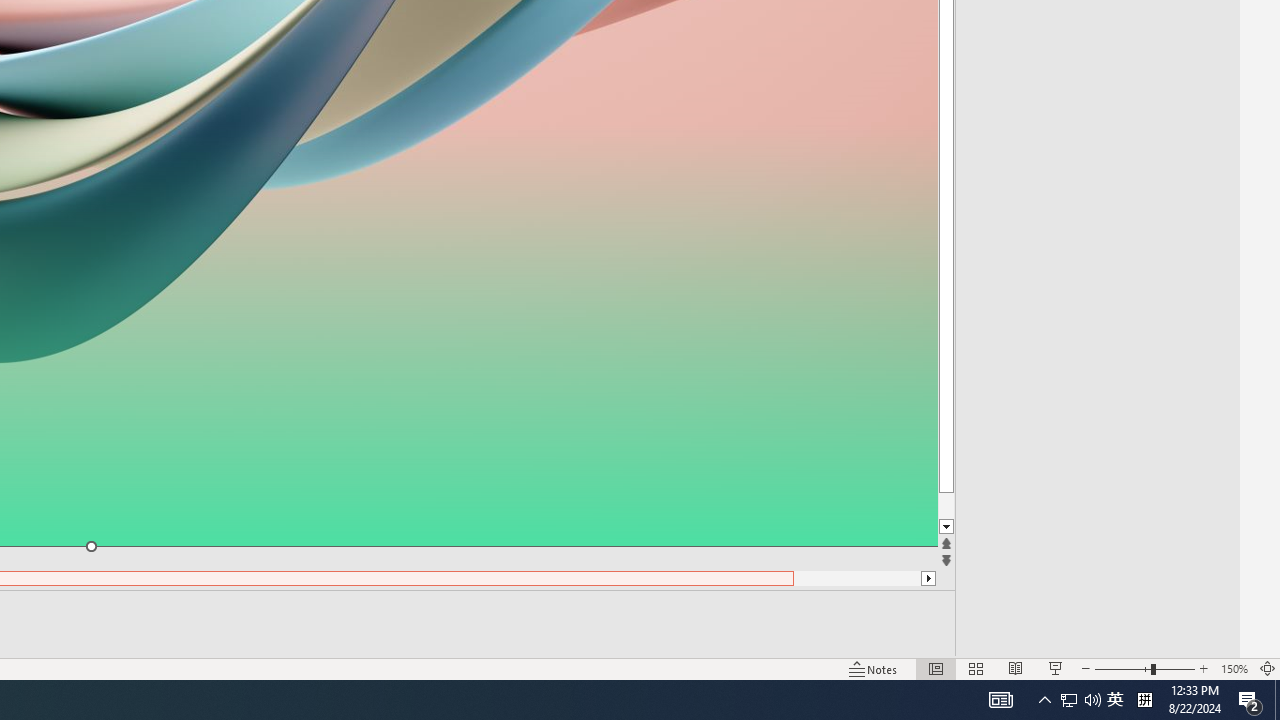 This screenshot has width=1280, height=720. Describe the element at coordinates (1233, 669) in the screenshot. I see `'Zoom 150%'` at that location.